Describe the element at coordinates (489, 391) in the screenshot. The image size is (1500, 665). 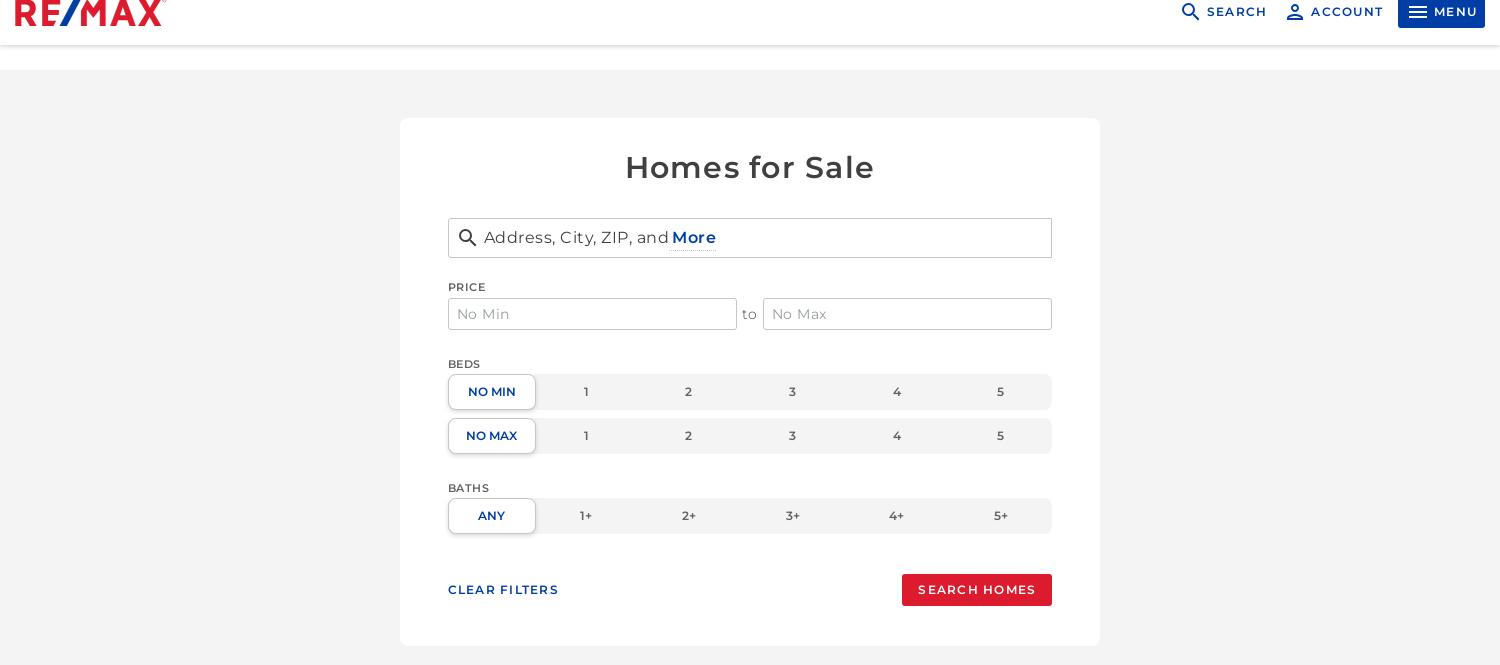
I see `'No Min'` at that location.